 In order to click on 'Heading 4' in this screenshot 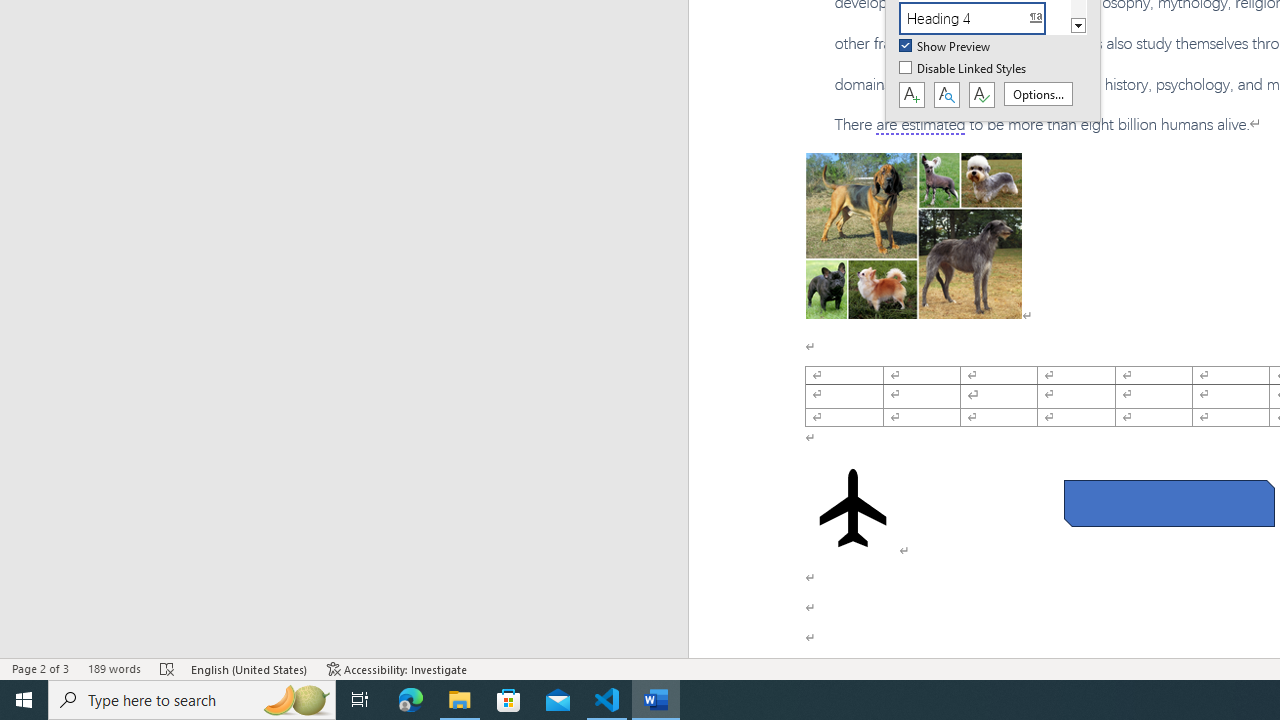, I will do `click(984, 18)`.